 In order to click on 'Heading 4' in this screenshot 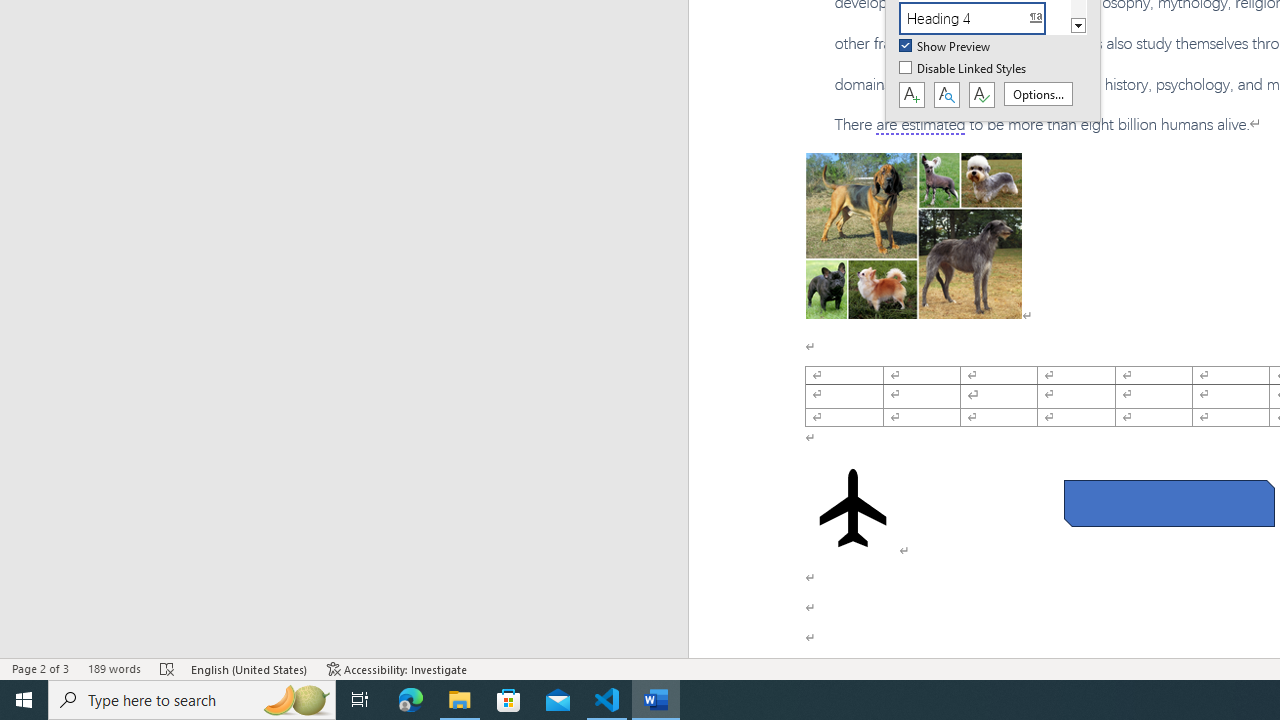, I will do `click(984, 18)`.